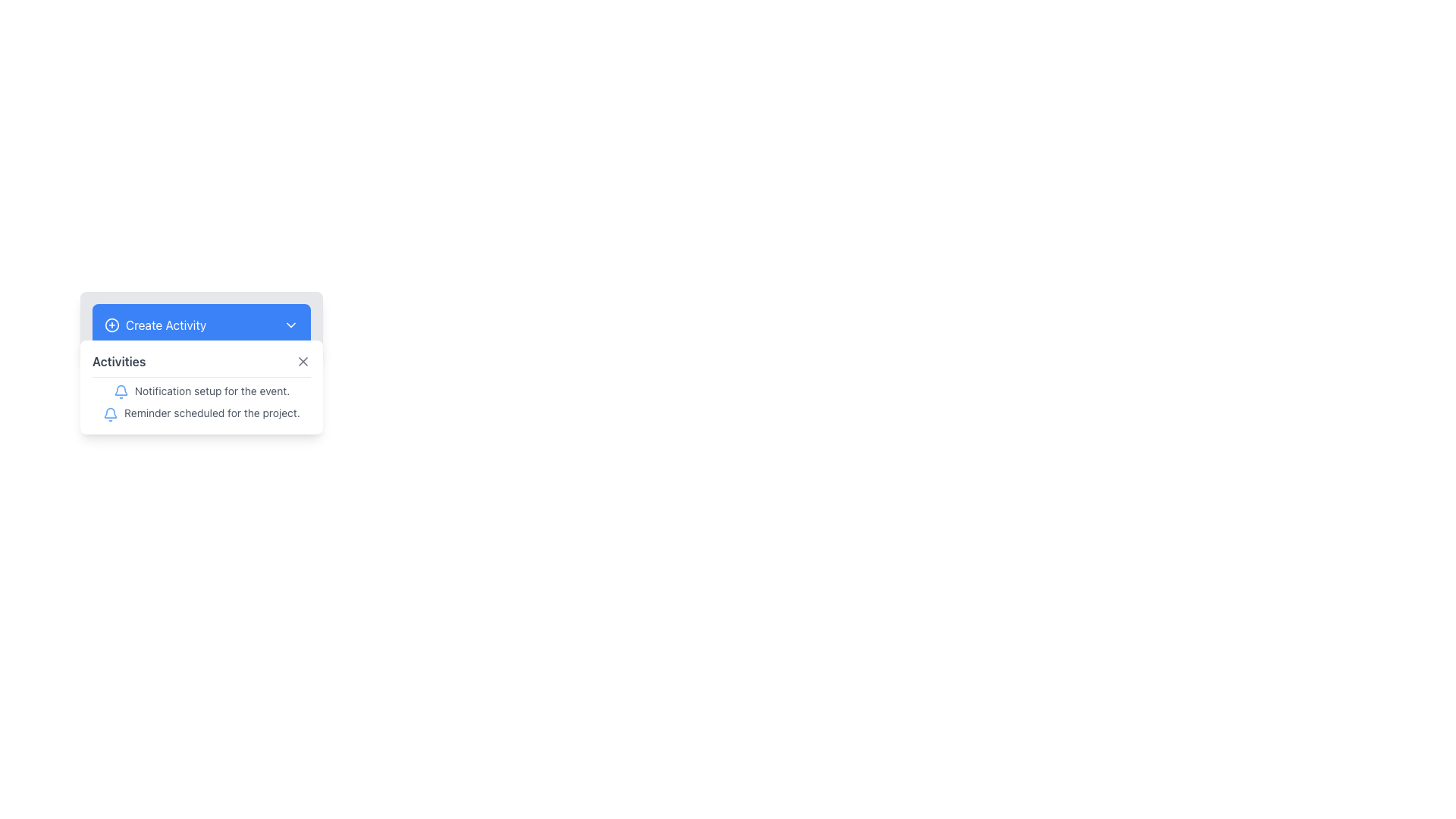 The height and width of the screenshot is (819, 1456). I want to click on the first icon button on the left labeled 'Create Activity' to initiate the creation of a new activity, so click(111, 324).